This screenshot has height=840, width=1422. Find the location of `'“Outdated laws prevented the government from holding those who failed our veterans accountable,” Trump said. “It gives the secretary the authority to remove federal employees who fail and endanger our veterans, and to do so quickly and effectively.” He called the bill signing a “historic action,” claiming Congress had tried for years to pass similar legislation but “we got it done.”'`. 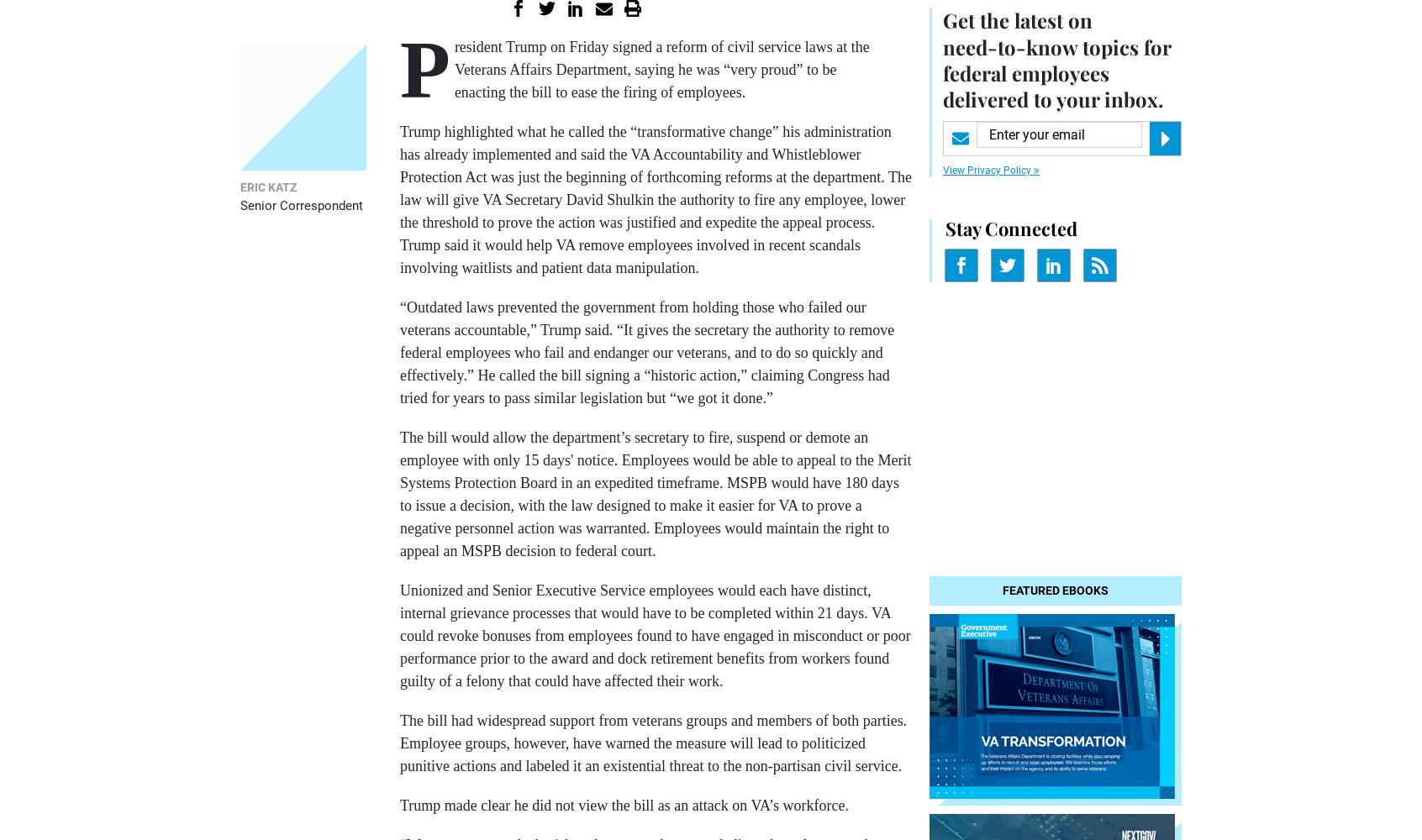

'“Outdated laws prevented the government from holding those who failed our veterans accountable,” Trump said. “It gives the secretary the authority to remove federal employees who fail and endanger our veterans, and to do so quickly and effectively.” He called the bill signing a “historic action,” claiming Congress had tried for years to pass similar legislation but “we got it done.”' is located at coordinates (646, 353).